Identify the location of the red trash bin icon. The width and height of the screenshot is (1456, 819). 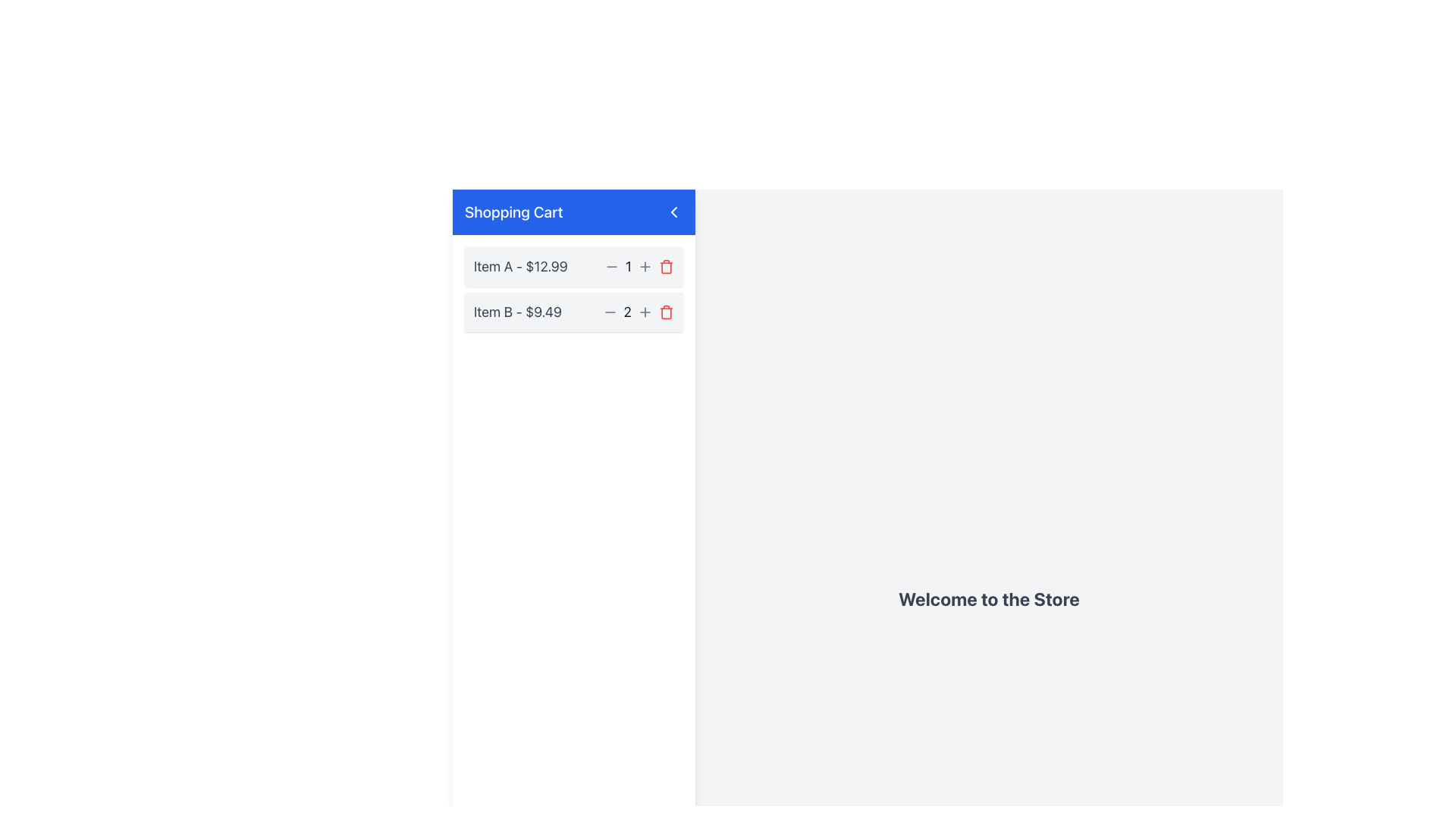
(666, 265).